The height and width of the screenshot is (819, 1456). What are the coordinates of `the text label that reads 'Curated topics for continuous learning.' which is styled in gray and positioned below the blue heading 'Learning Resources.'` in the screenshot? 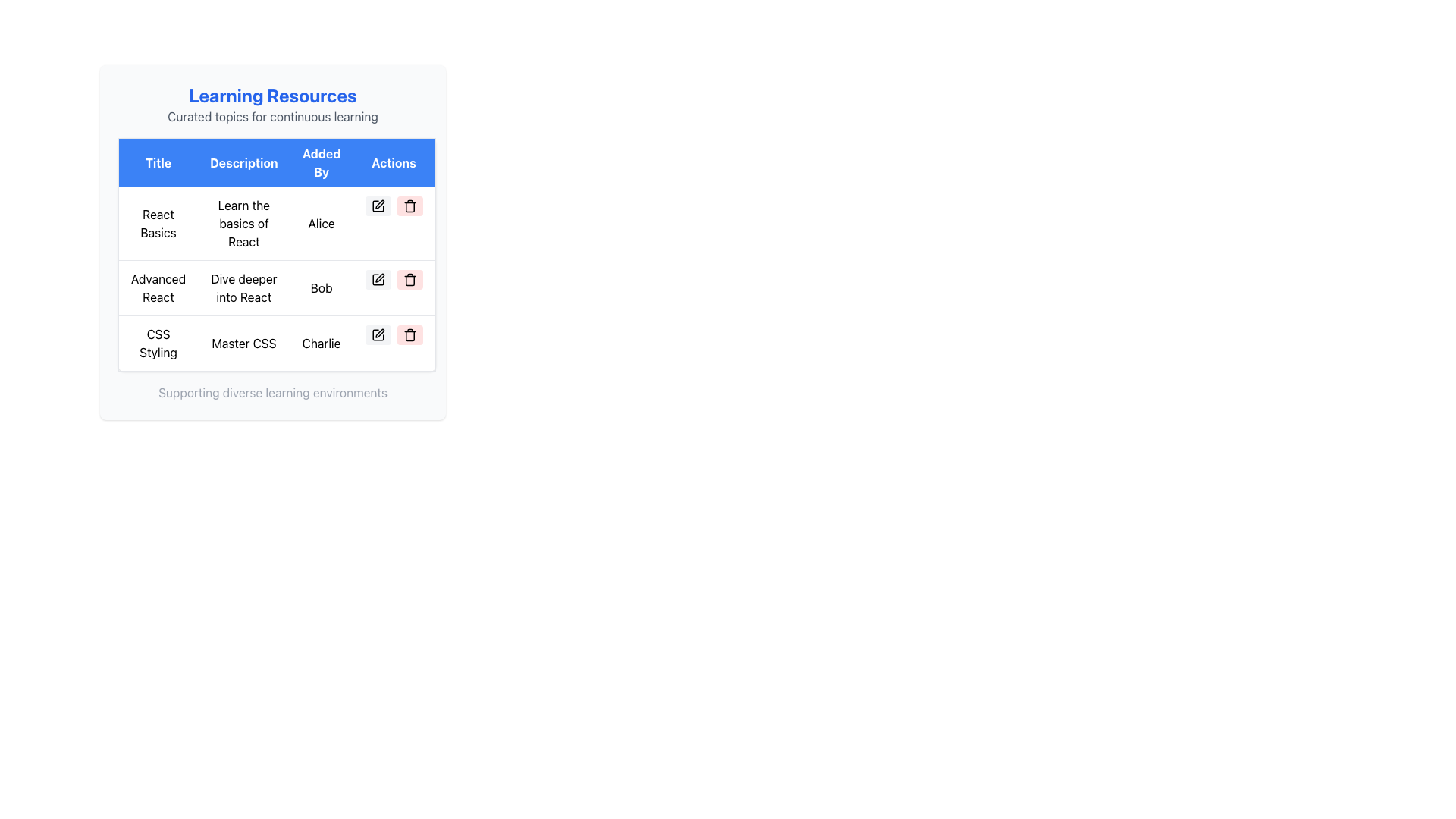 It's located at (273, 116).